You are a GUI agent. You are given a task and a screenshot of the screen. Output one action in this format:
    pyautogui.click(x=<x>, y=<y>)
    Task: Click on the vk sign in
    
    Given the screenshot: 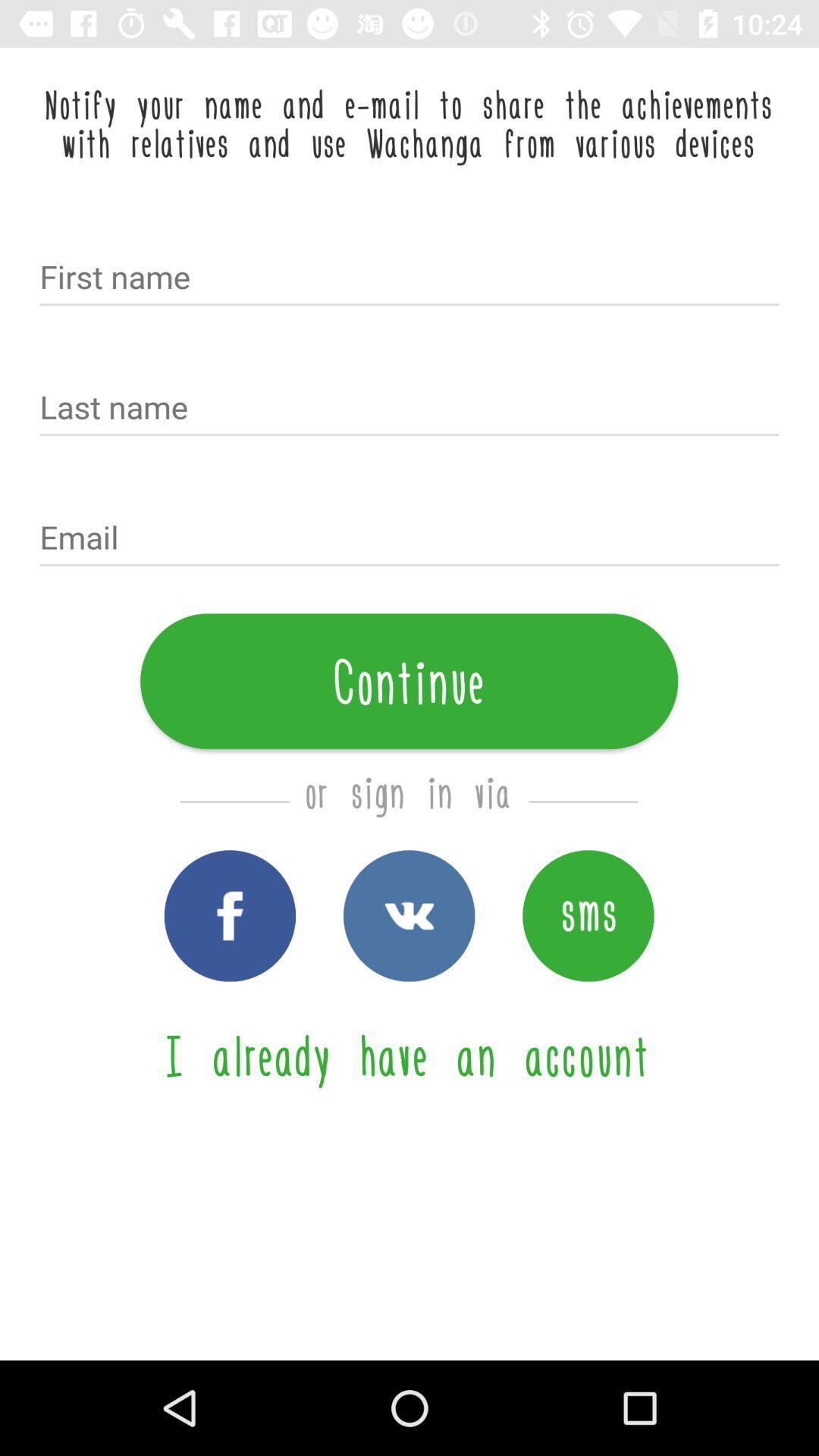 What is the action you would take?
    pyautogui.click(x=408, y=915)
    